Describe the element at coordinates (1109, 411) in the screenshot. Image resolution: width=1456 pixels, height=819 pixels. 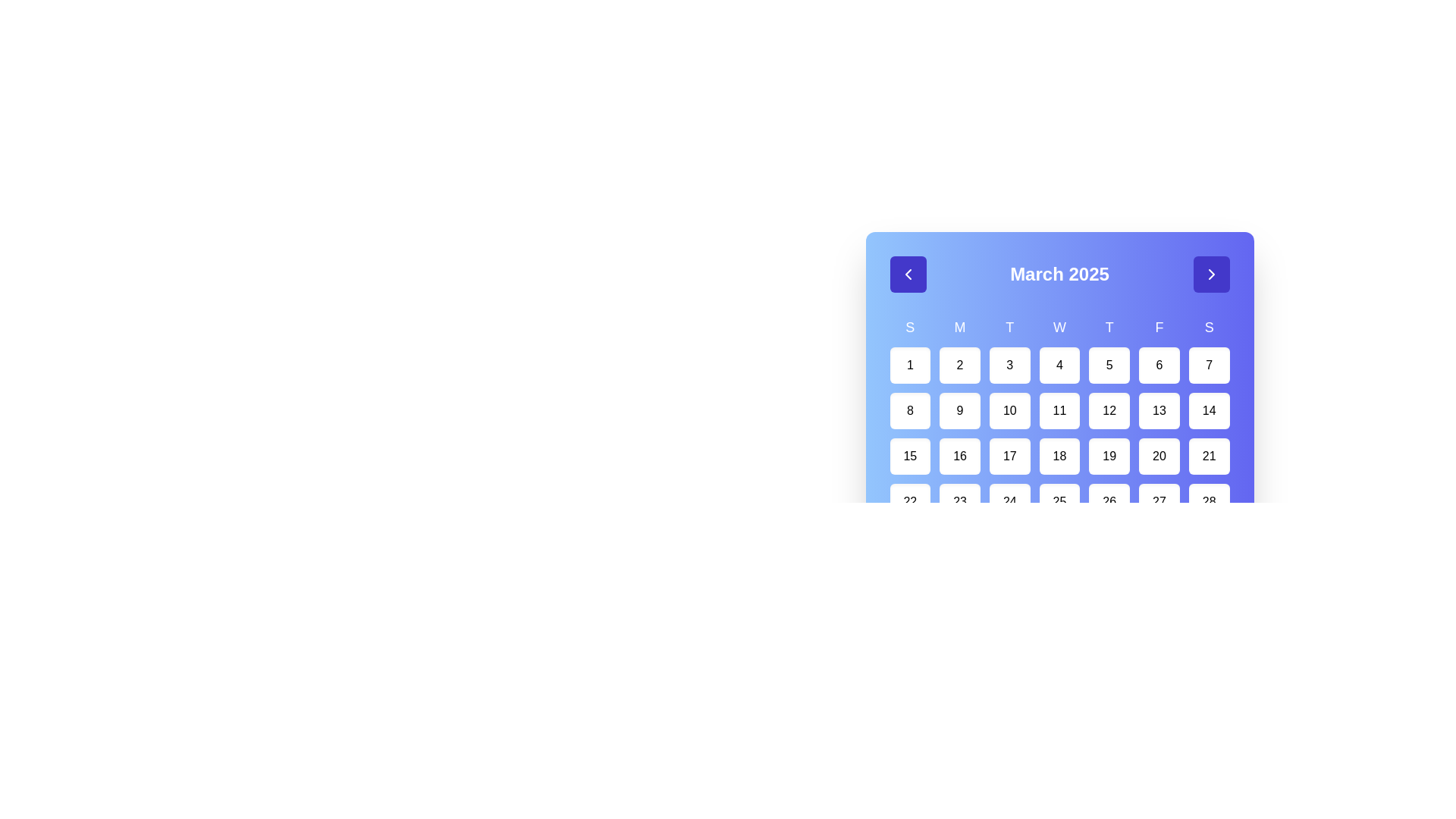
I see `the rounded rectangular button with a white background and the number '12' in black font` at that location.